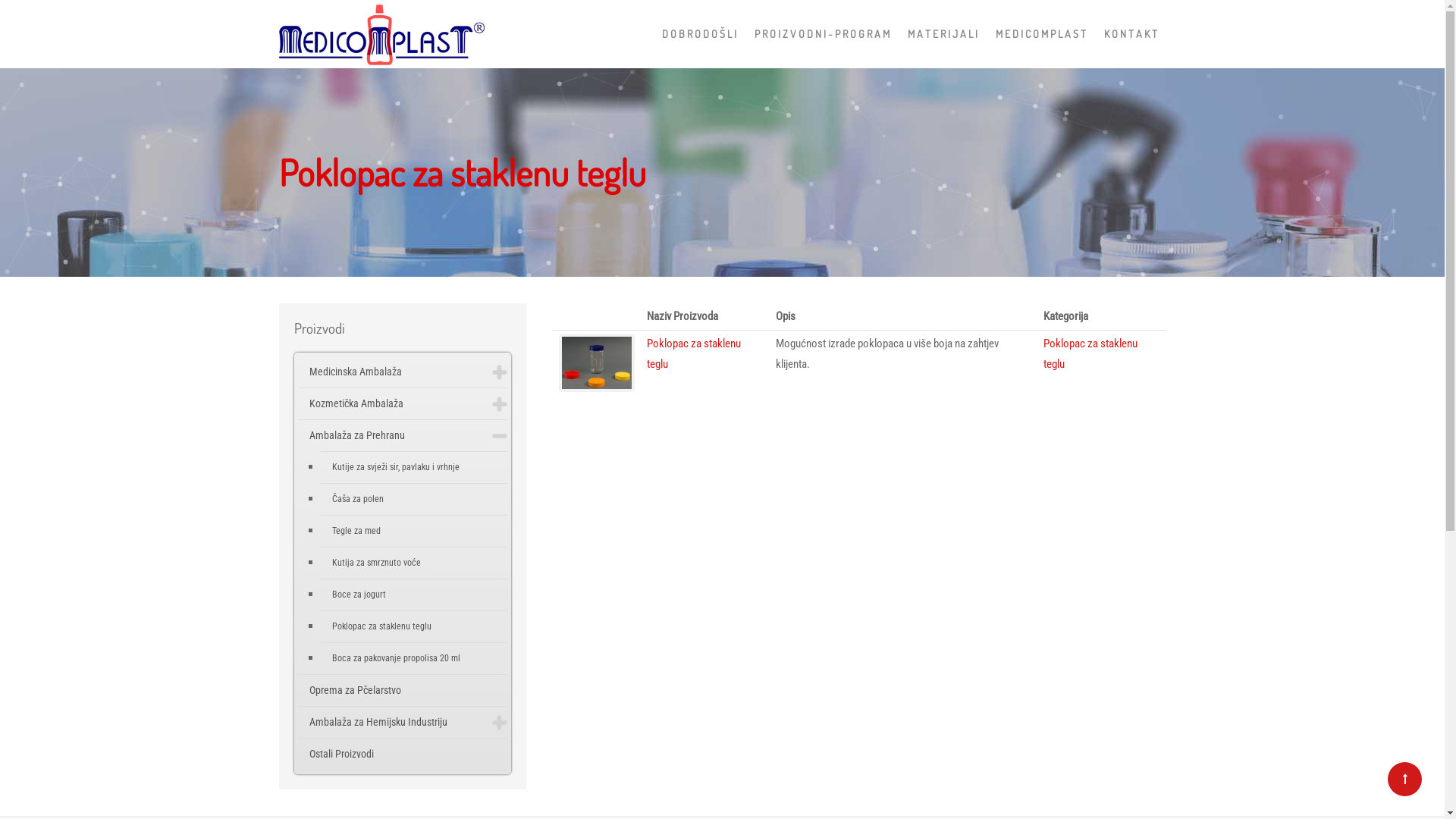 This screenshot has height=819, width=1456. Describe the element at coordinates (735, 537) in the screenshot. I see `'PDV Broj'` at that location.